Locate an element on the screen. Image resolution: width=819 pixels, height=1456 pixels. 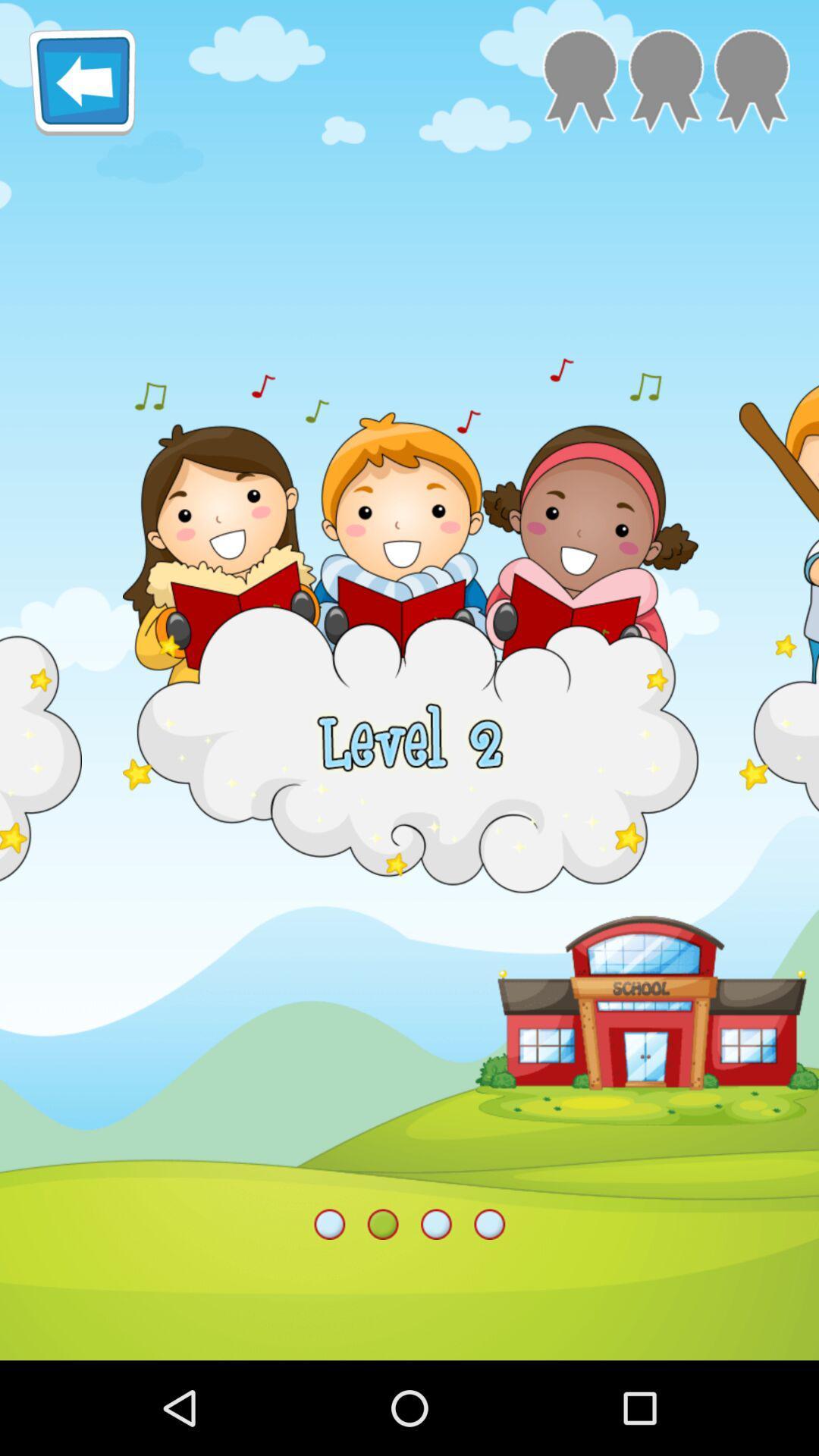
award medal indicator is located at coordinates (665, 80).